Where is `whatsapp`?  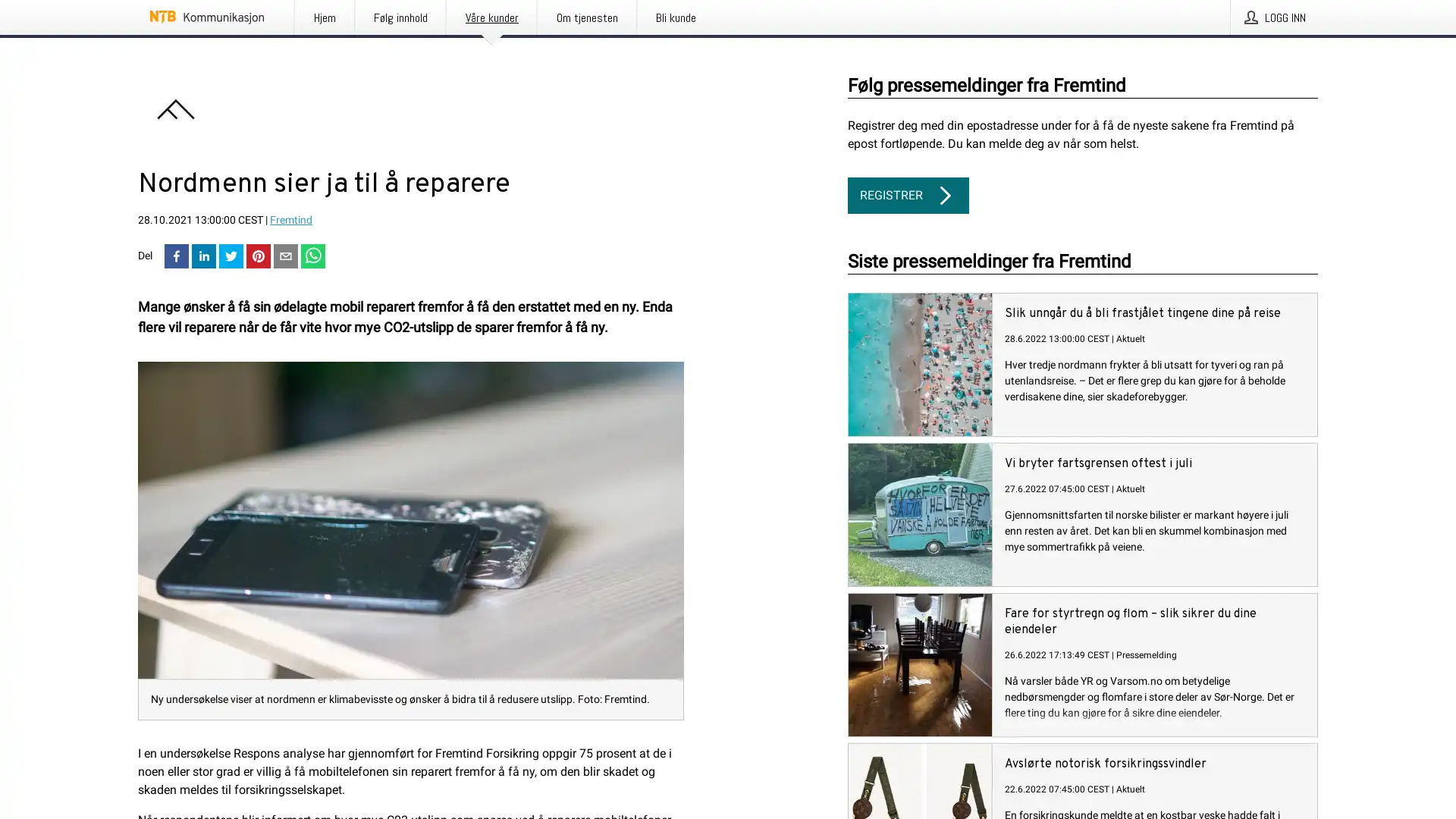 whatsapp is located at coordinates (312, 256).